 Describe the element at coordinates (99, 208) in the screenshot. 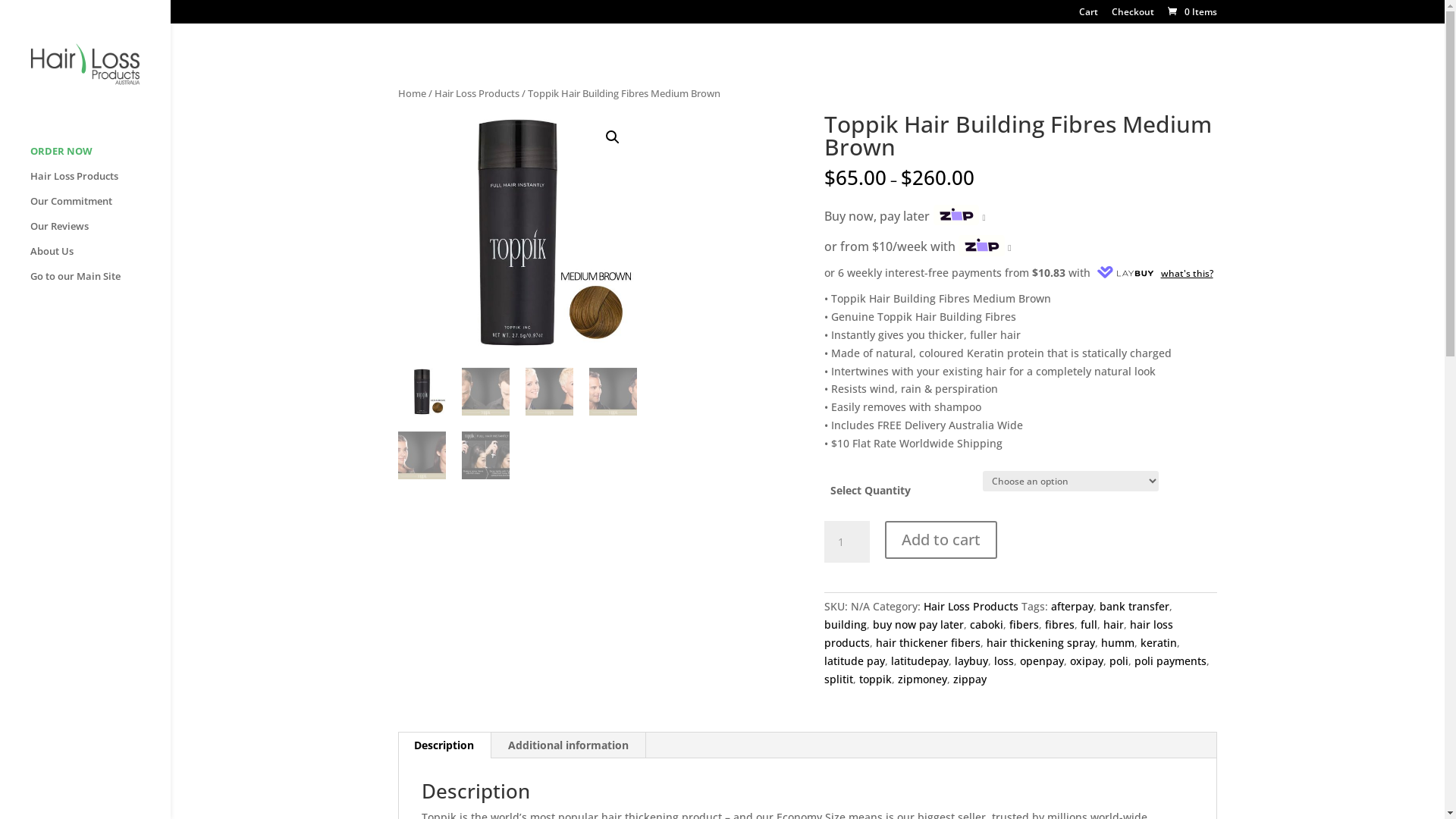

I see `'Our Commitment'` at that location.